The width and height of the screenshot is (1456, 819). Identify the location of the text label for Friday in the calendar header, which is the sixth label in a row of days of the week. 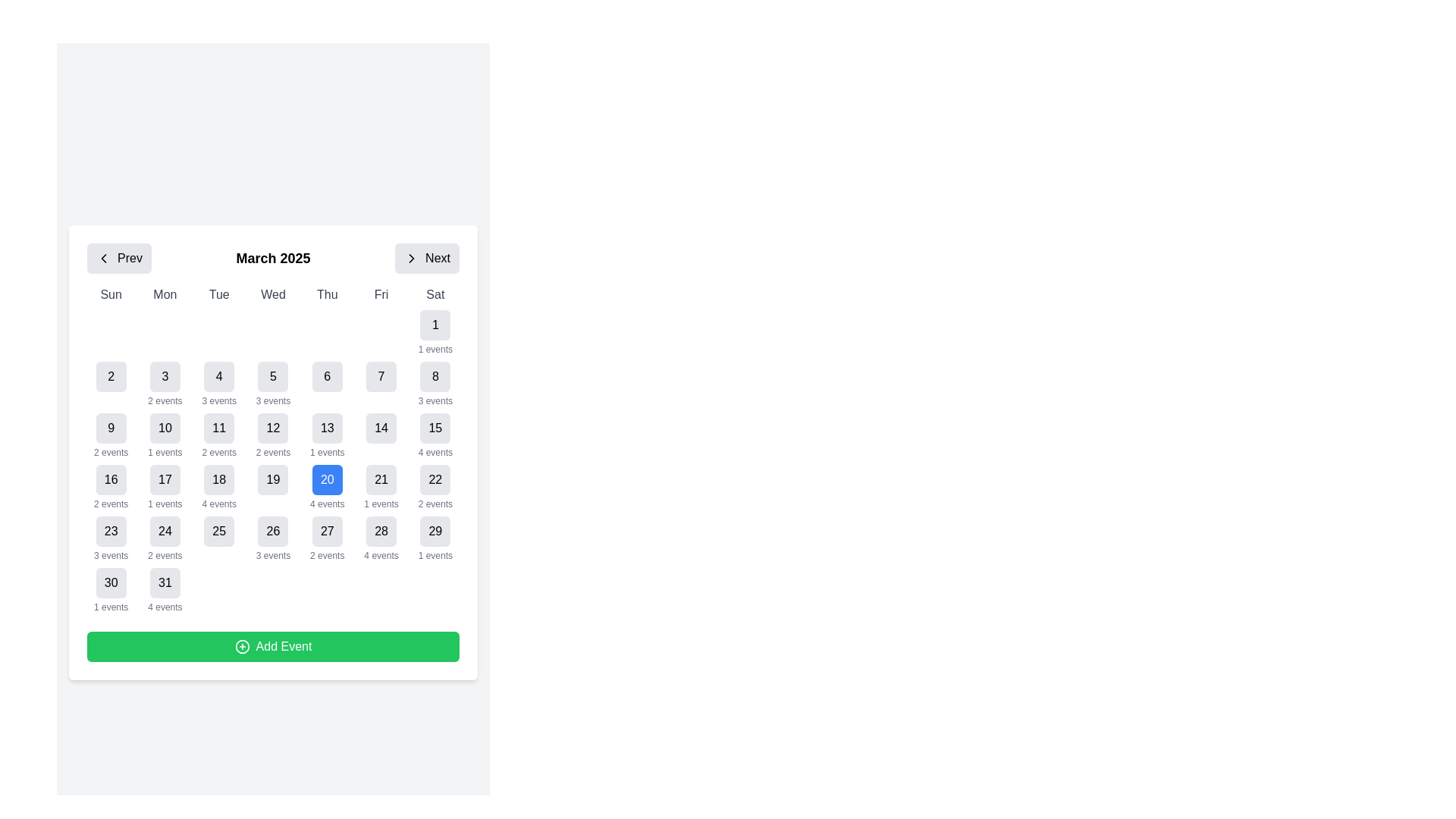
(381, 295).